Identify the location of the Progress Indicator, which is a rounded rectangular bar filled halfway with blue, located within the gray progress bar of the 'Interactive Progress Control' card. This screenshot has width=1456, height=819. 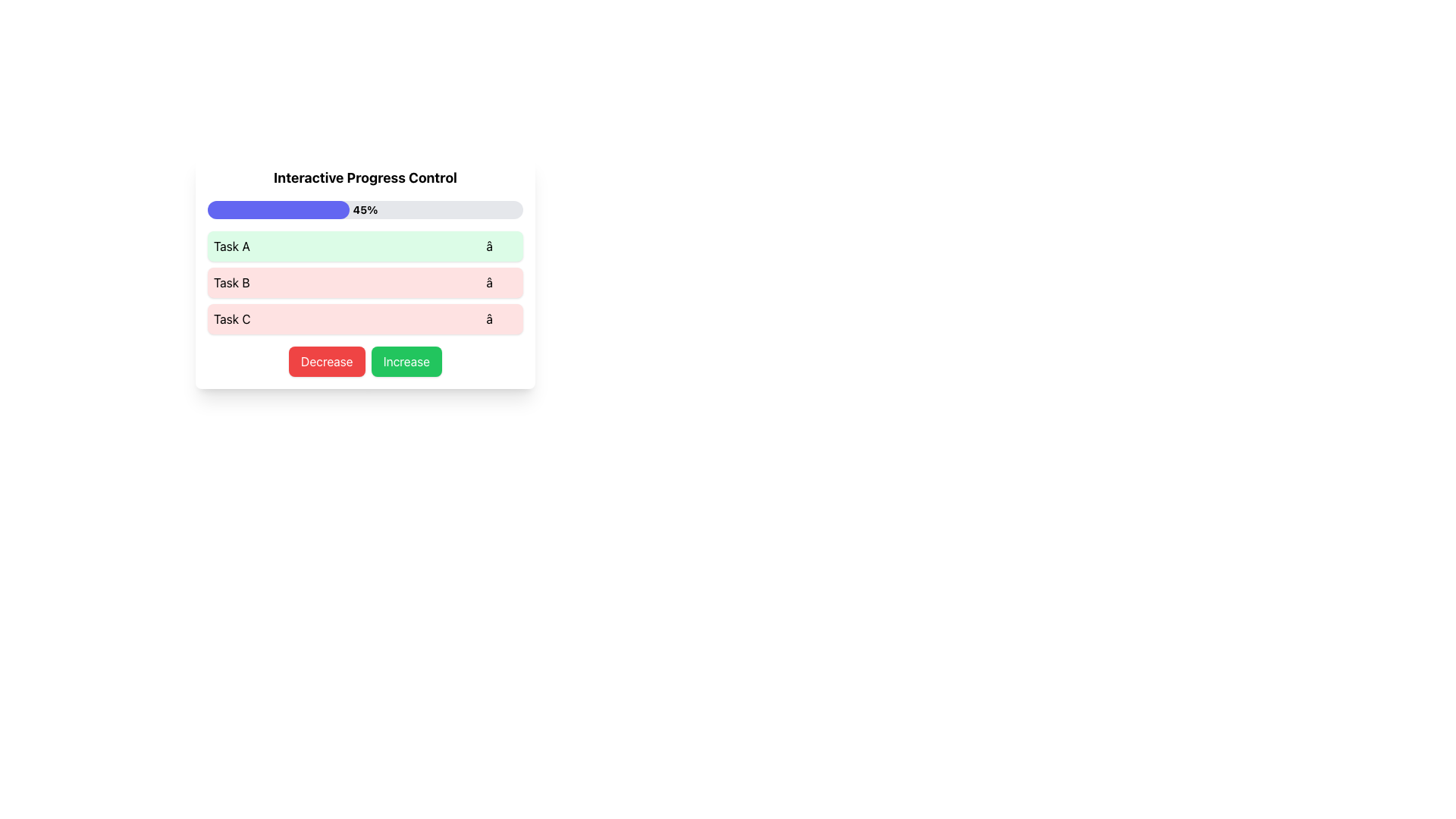
(278, 210).